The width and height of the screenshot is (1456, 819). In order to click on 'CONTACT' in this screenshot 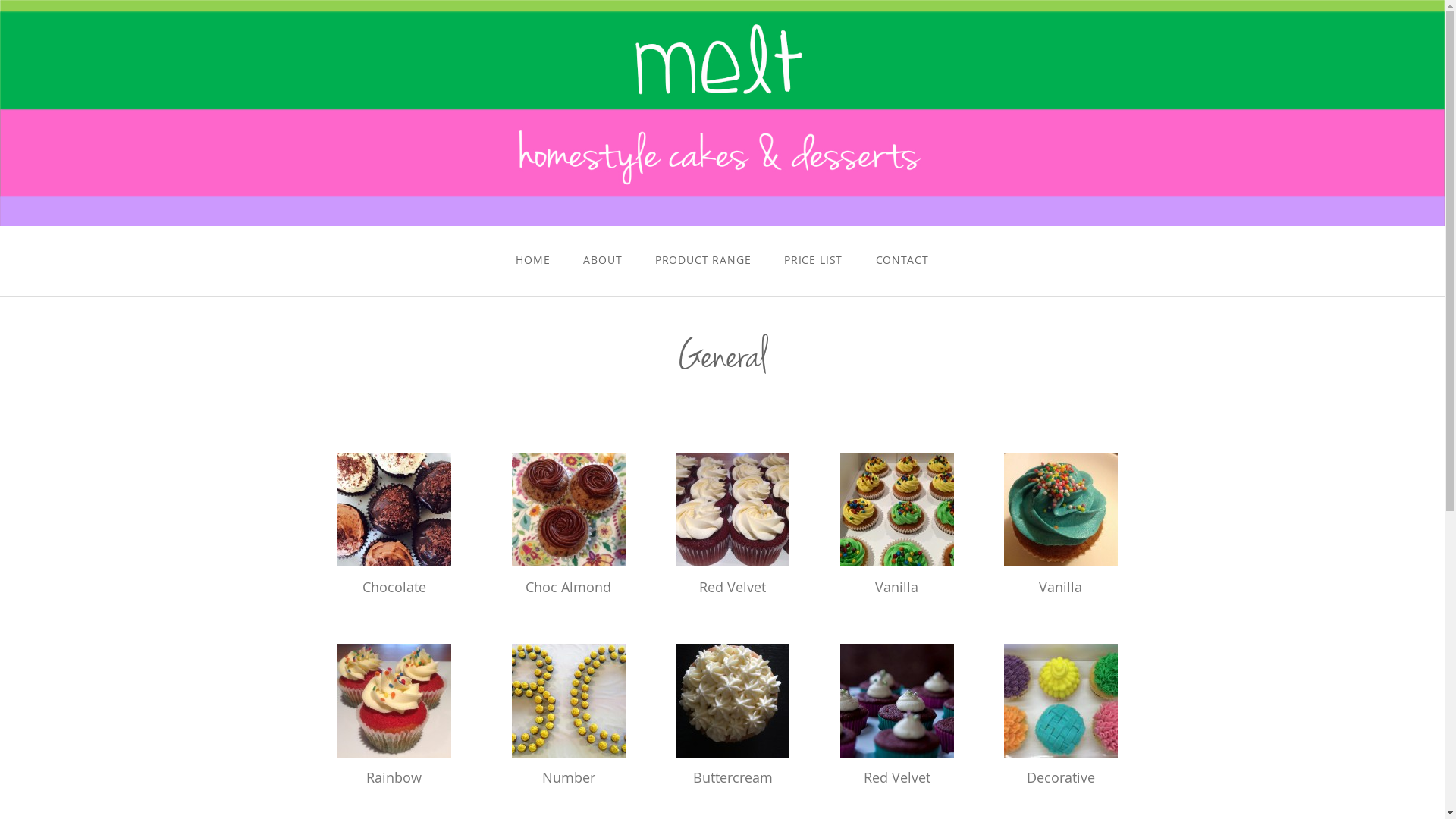, I will do `click(902, 259)`.